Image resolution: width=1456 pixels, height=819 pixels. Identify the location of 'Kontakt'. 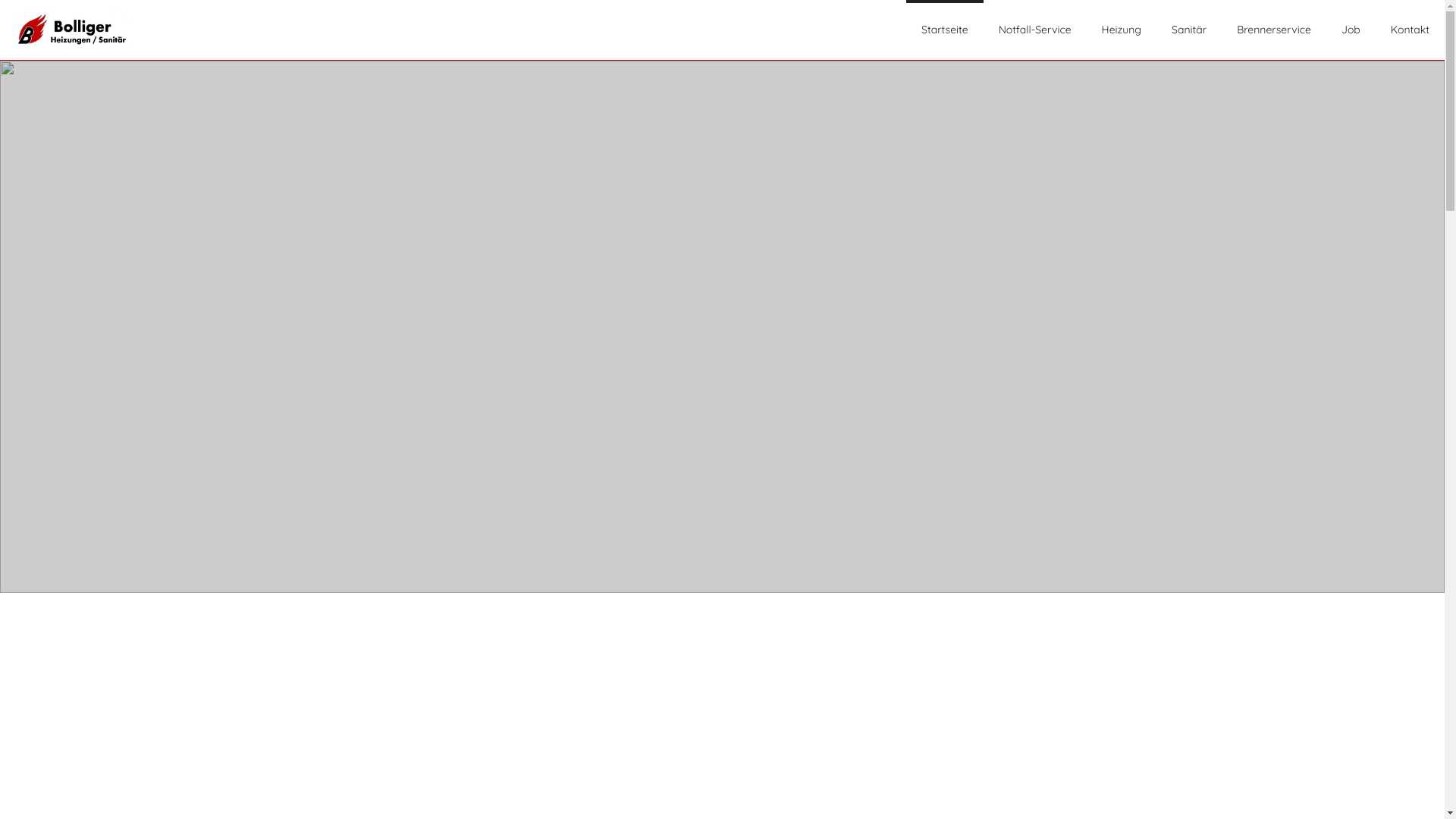
(1409, 30).